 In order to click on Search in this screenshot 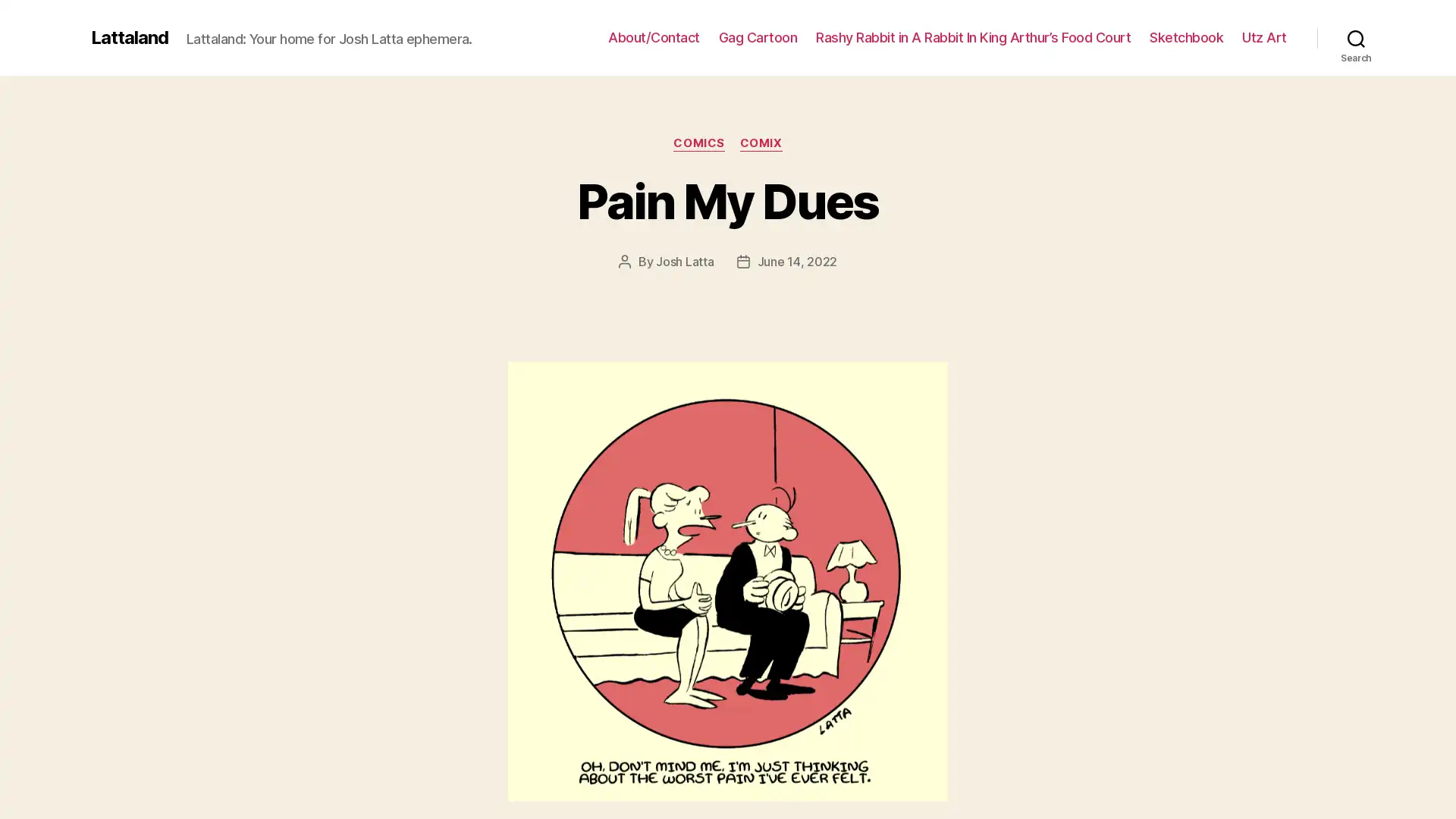, I will do `click(1356, 37)`.